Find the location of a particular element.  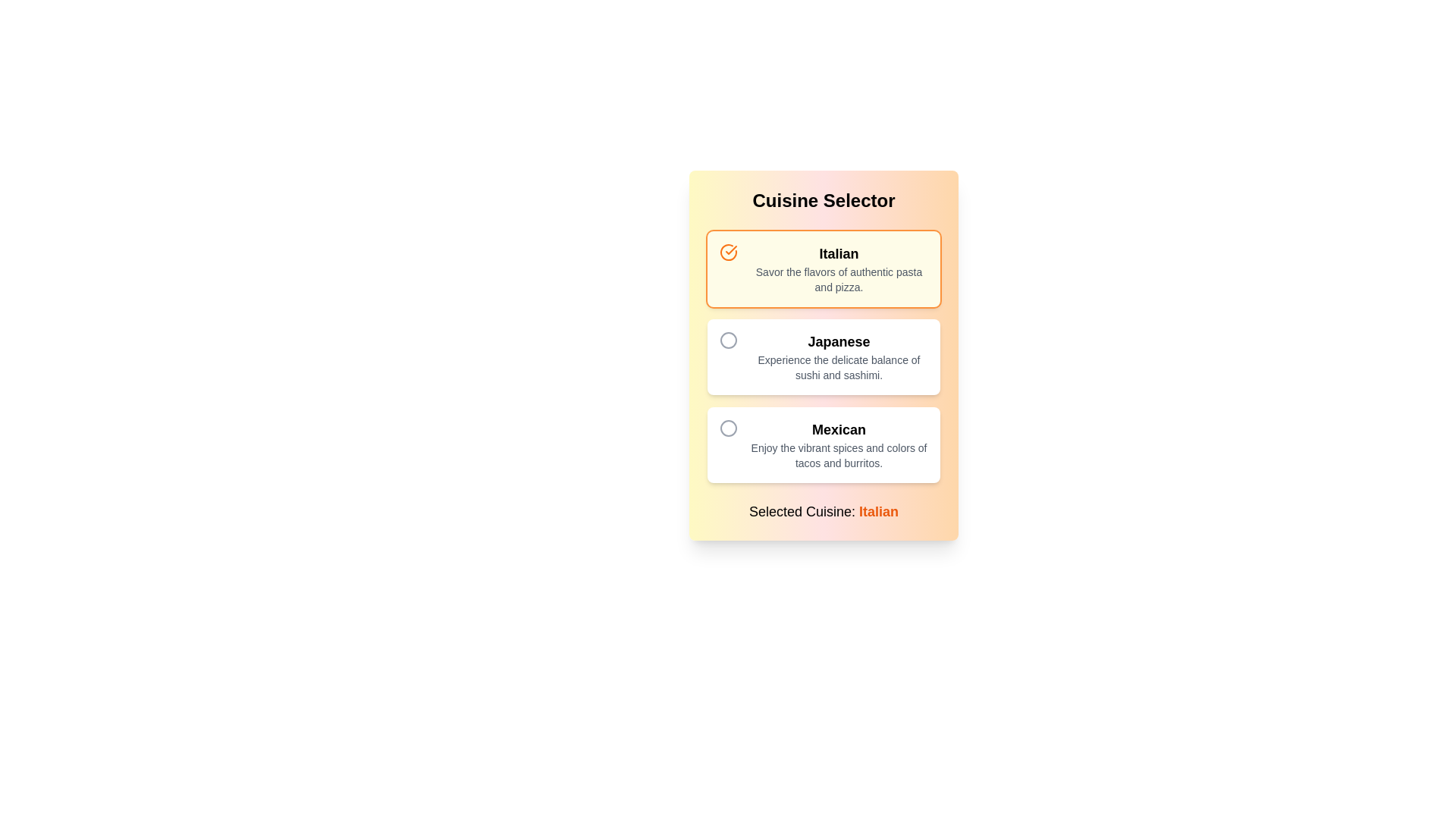

textual description 'Experience the delicate balance of sushi and sashimi.' from the text label located beneath the bold header 'Japanese' is located at coordinates (838, 368).